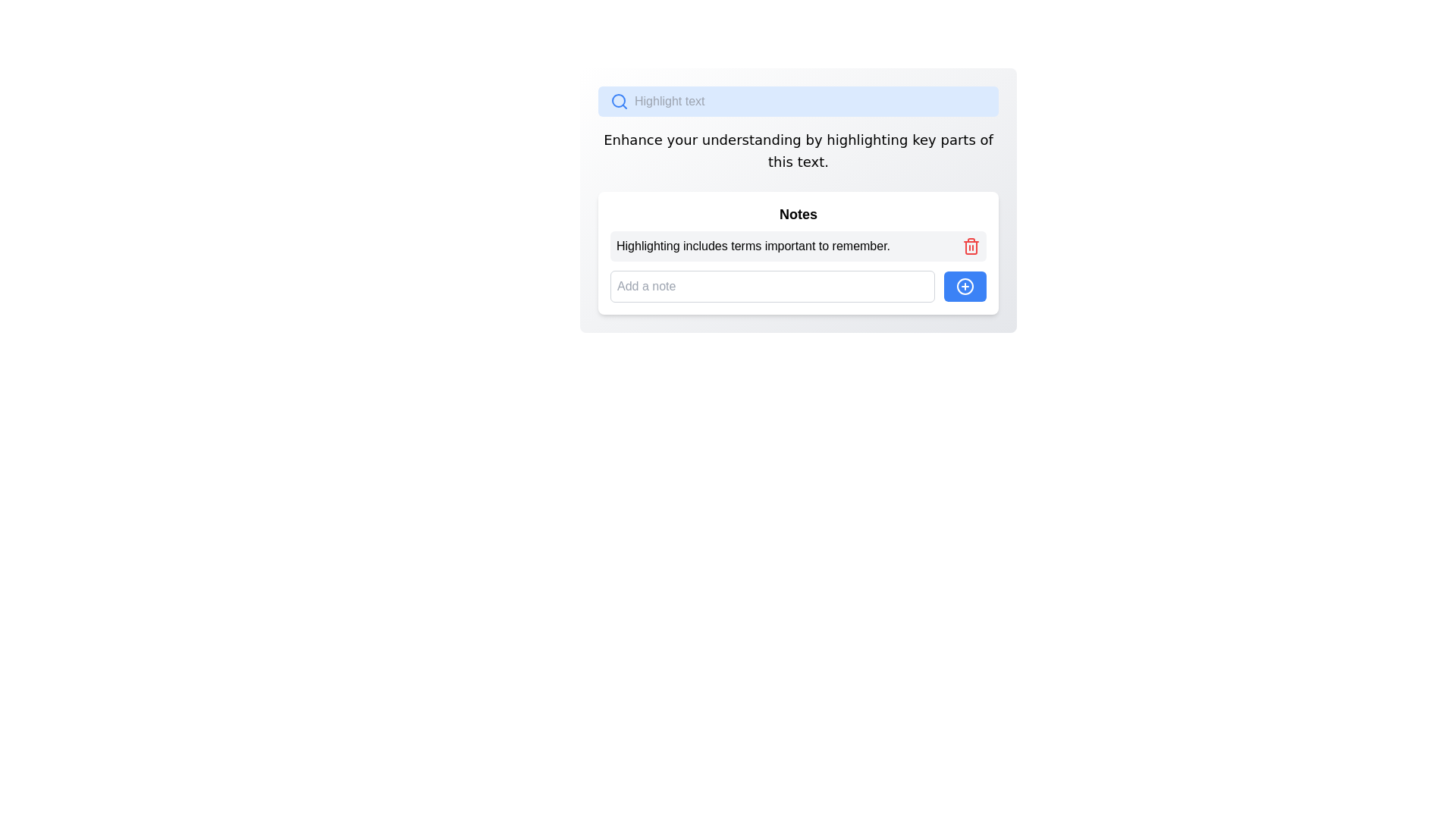  Describe the element at coordinates (619, 100) in the screenshot. I see `the central circular part of the search icon, which represents the magnifying glass handle, located near the top-left corner of the interface` at that location.